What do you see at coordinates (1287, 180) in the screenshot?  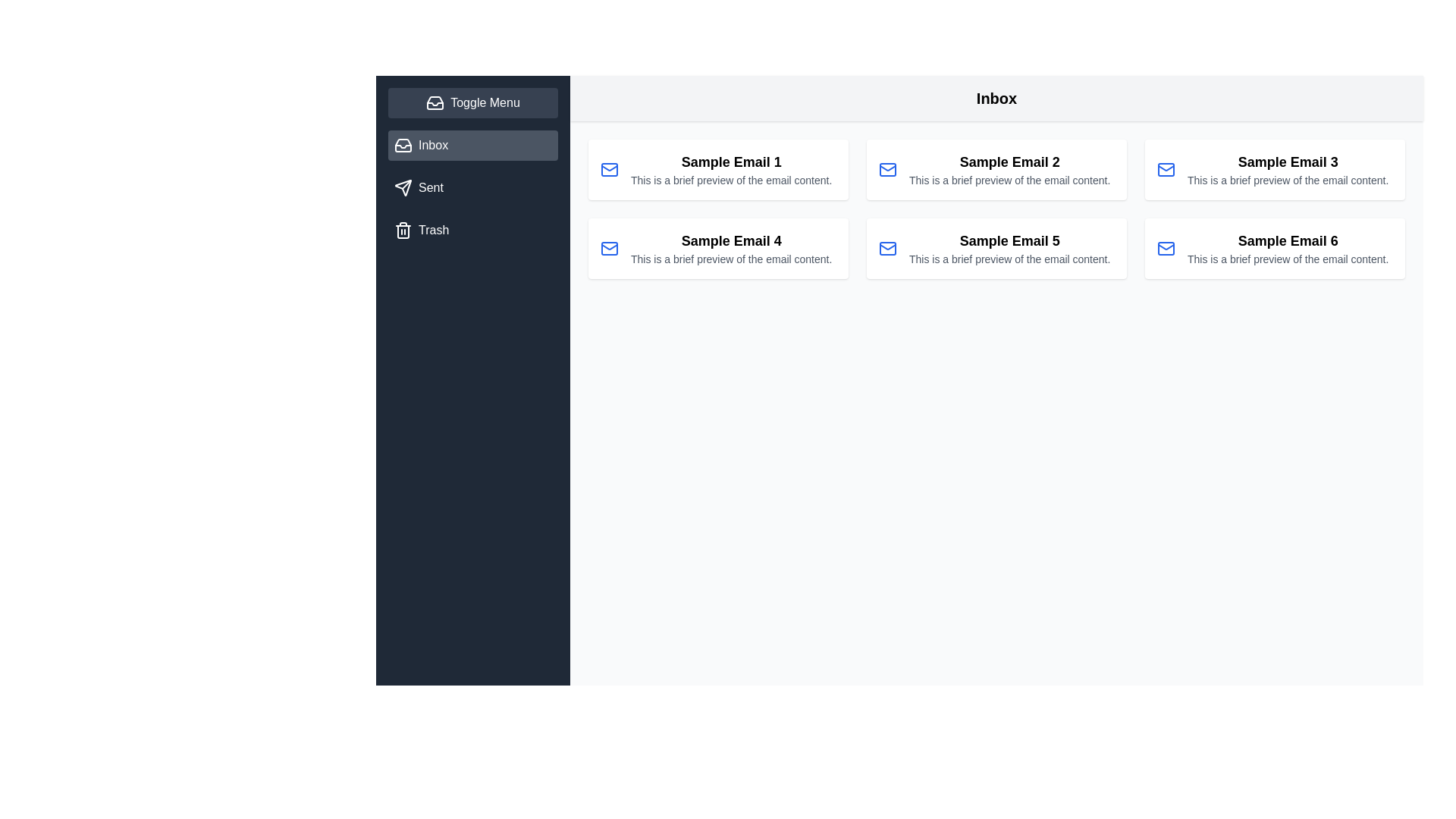 I see `the text snippet displaying 'This is a brief preview of the email content.' located below the title 'Sample Email 3' in the third email preview card of the grid layout` at bounding box center [1287, 180].